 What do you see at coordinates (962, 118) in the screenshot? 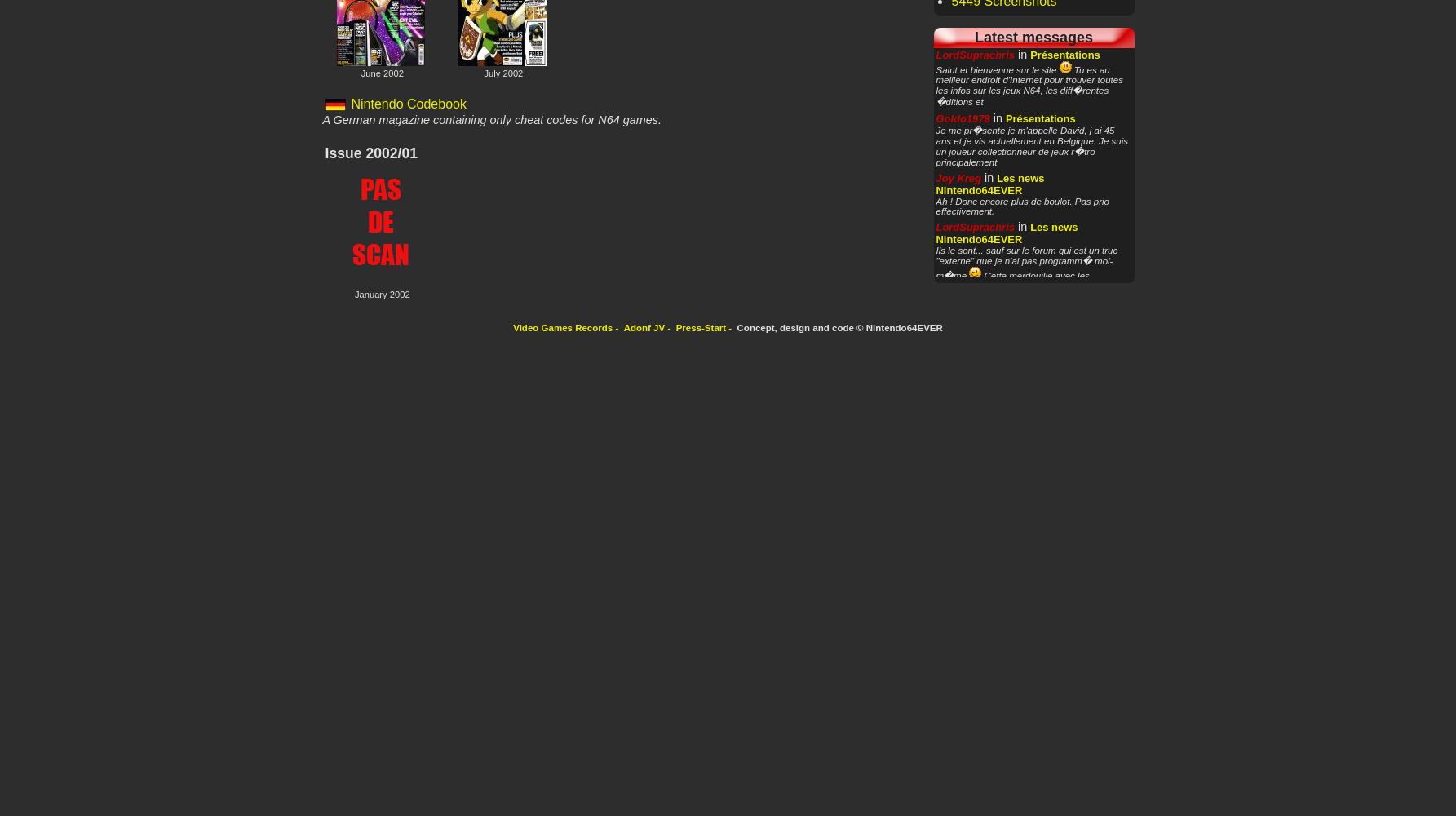
I see `'Goldo1978'` at bounding box center [962, 118].